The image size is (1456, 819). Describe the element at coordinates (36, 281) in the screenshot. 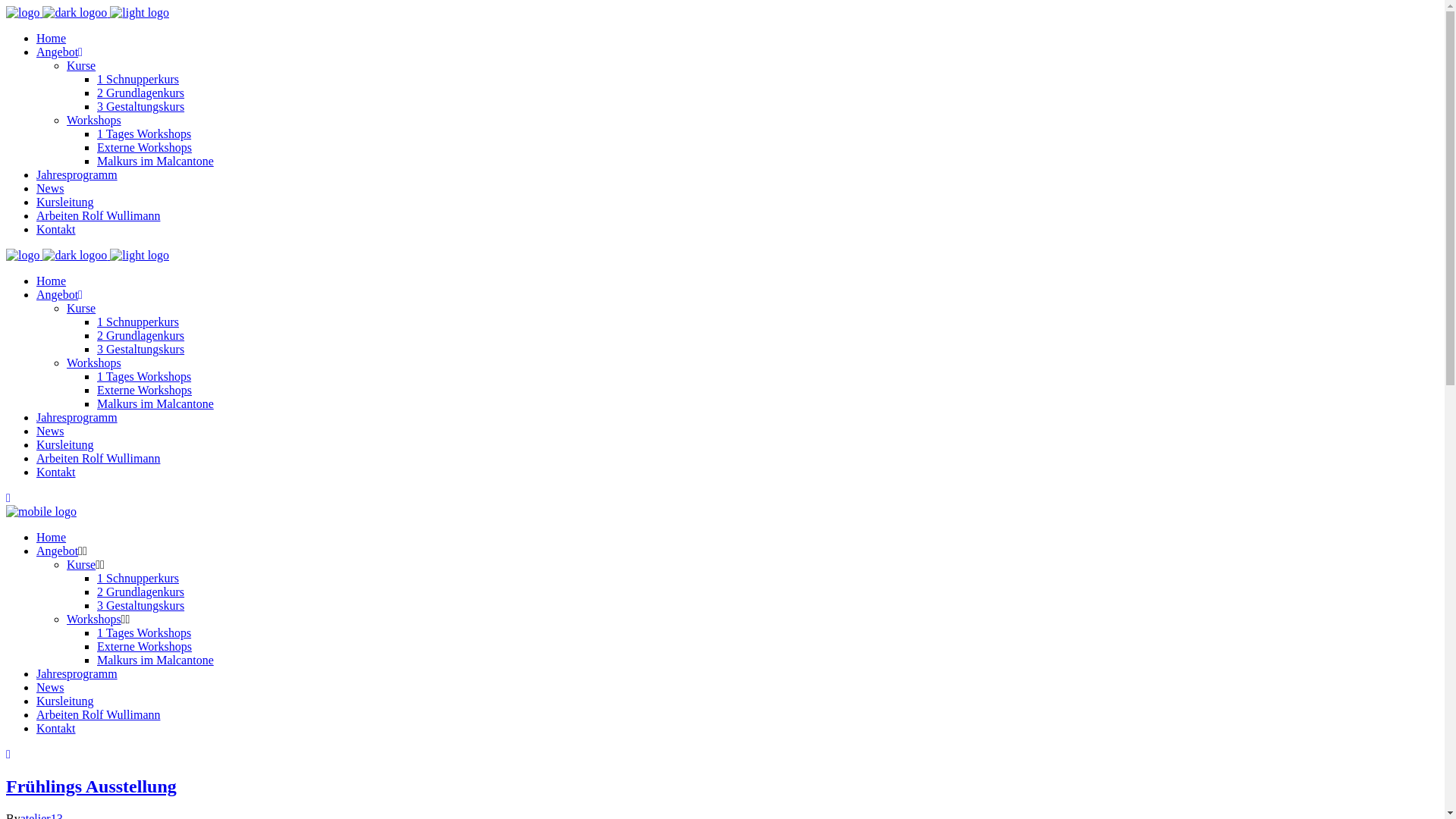

I see `'Home'` at that location.